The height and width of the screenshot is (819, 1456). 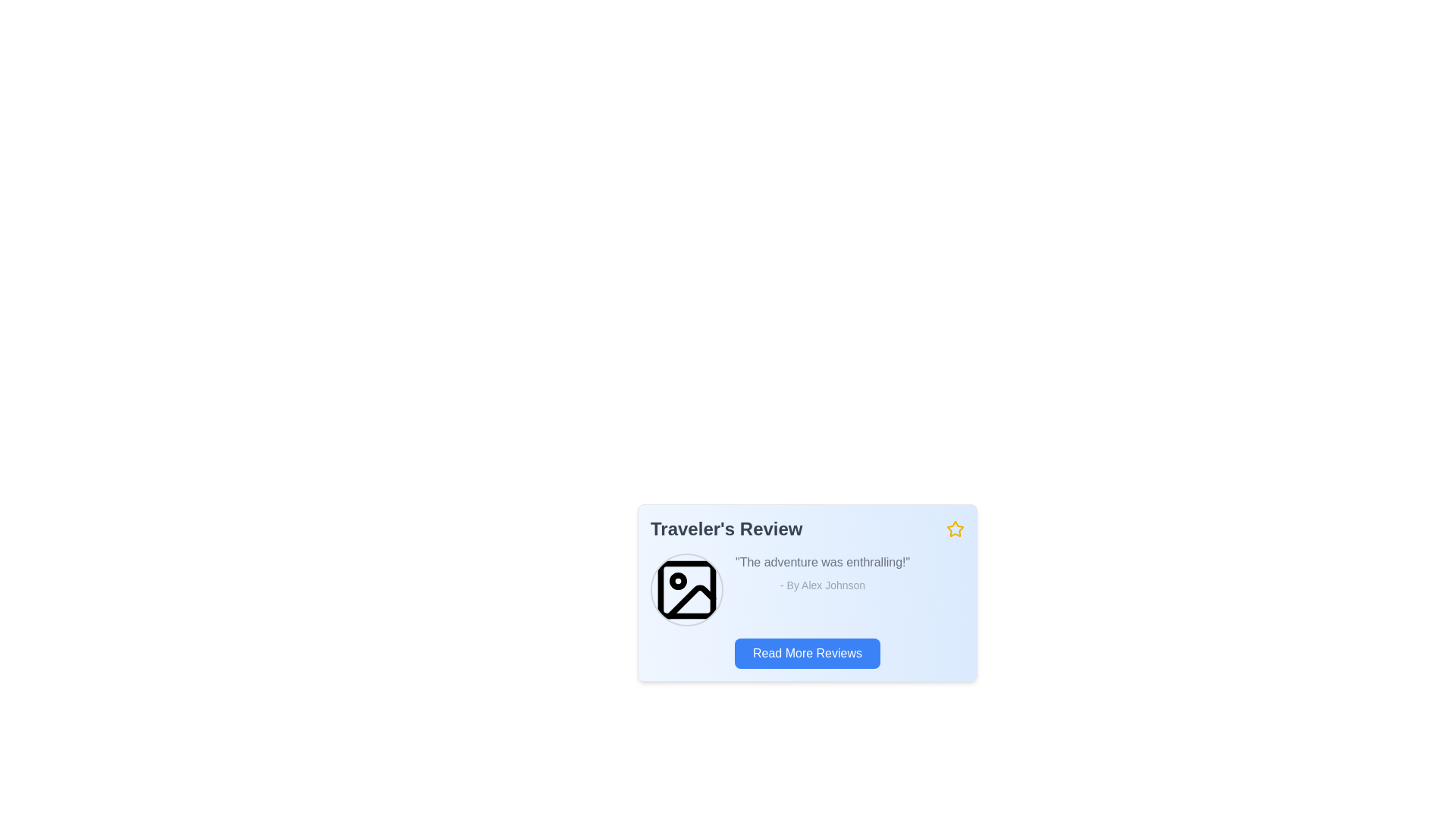 What do you see at coordinates (821, 589) in the screenshot?
I see `displayed user review text from the Text Block located within the card layout towards the bottom-right of the display` at bounding box center [821, 589].